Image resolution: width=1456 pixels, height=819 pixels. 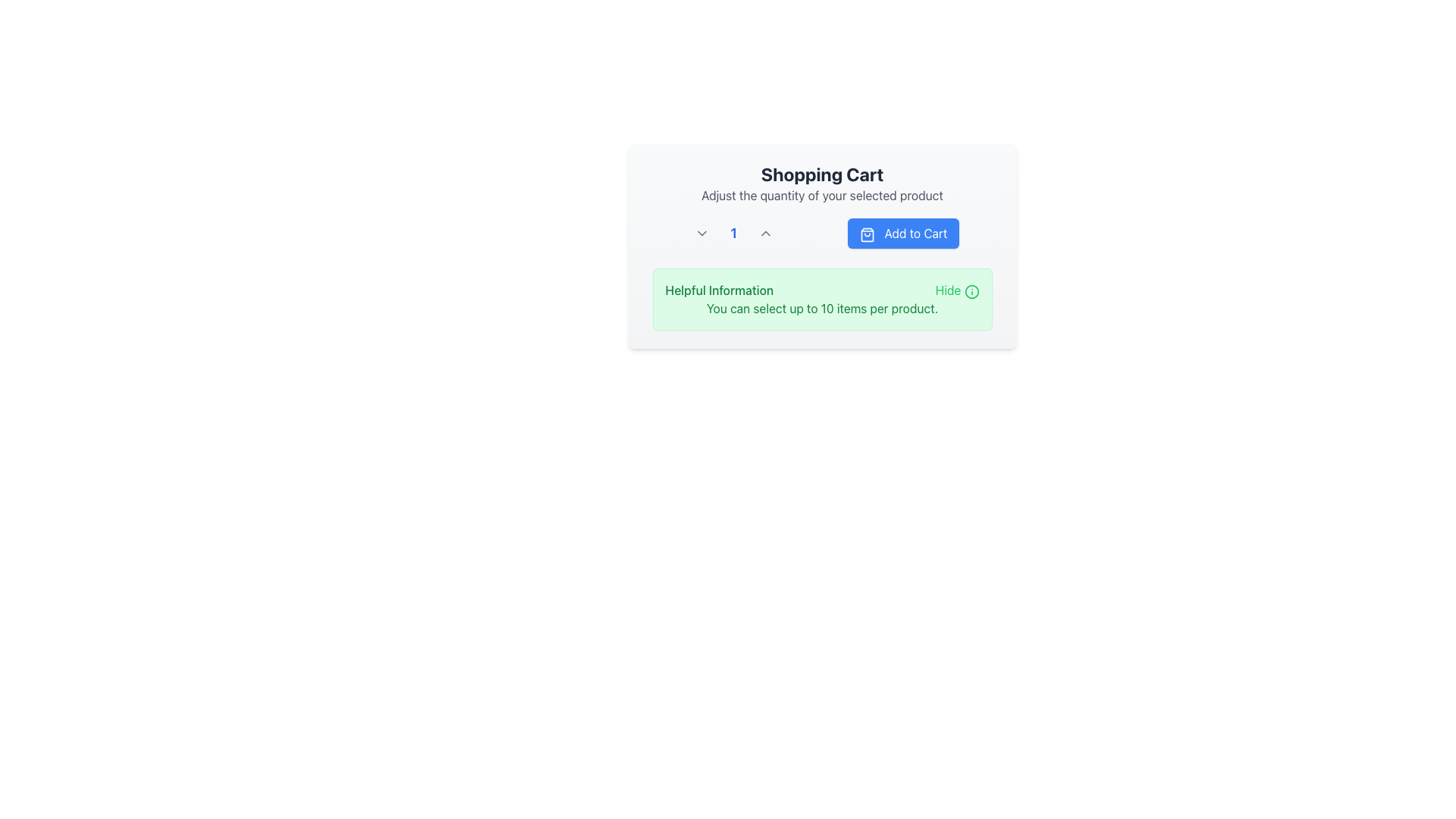 I want to click on the static text displaying 'Adjust the quantity of your selected product', which is located below the bold heading 'Shopping Cart', so click(x=821, y=195).